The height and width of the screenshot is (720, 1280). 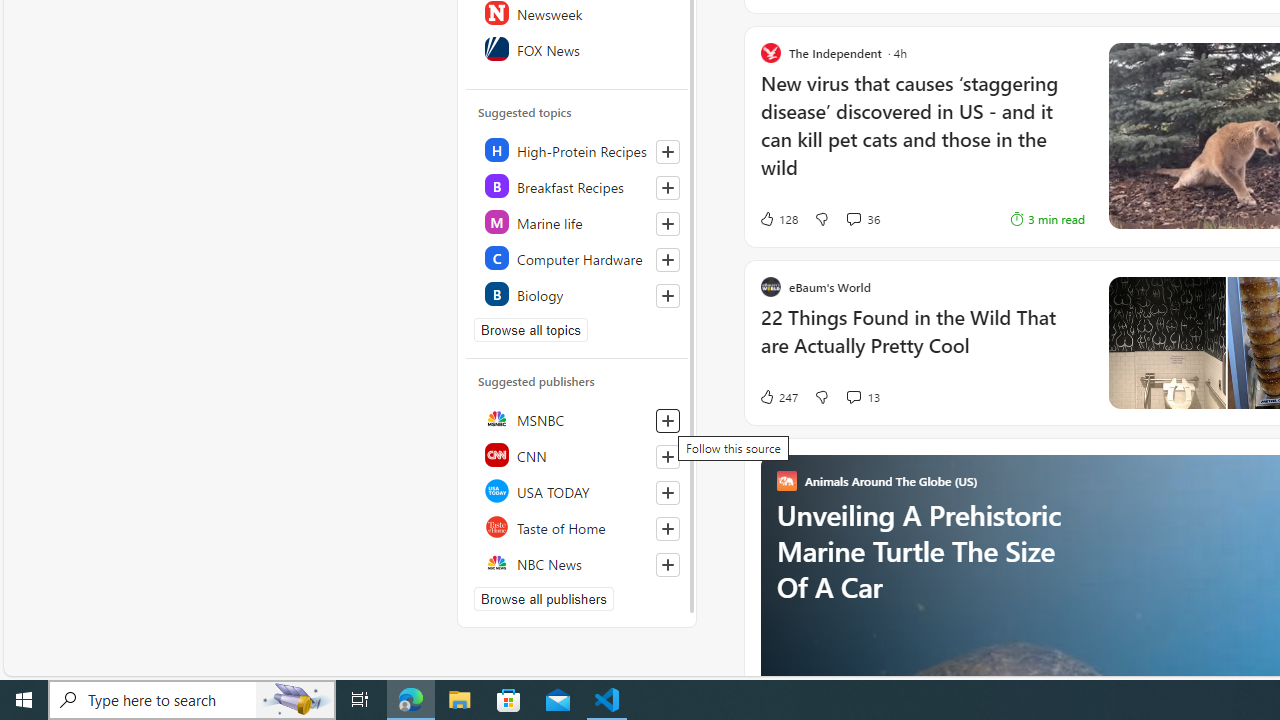 What do you see at coordinates (667, 295) in the screenshot?
I see `'Follow this topic'` at bounding box center [667, 295].